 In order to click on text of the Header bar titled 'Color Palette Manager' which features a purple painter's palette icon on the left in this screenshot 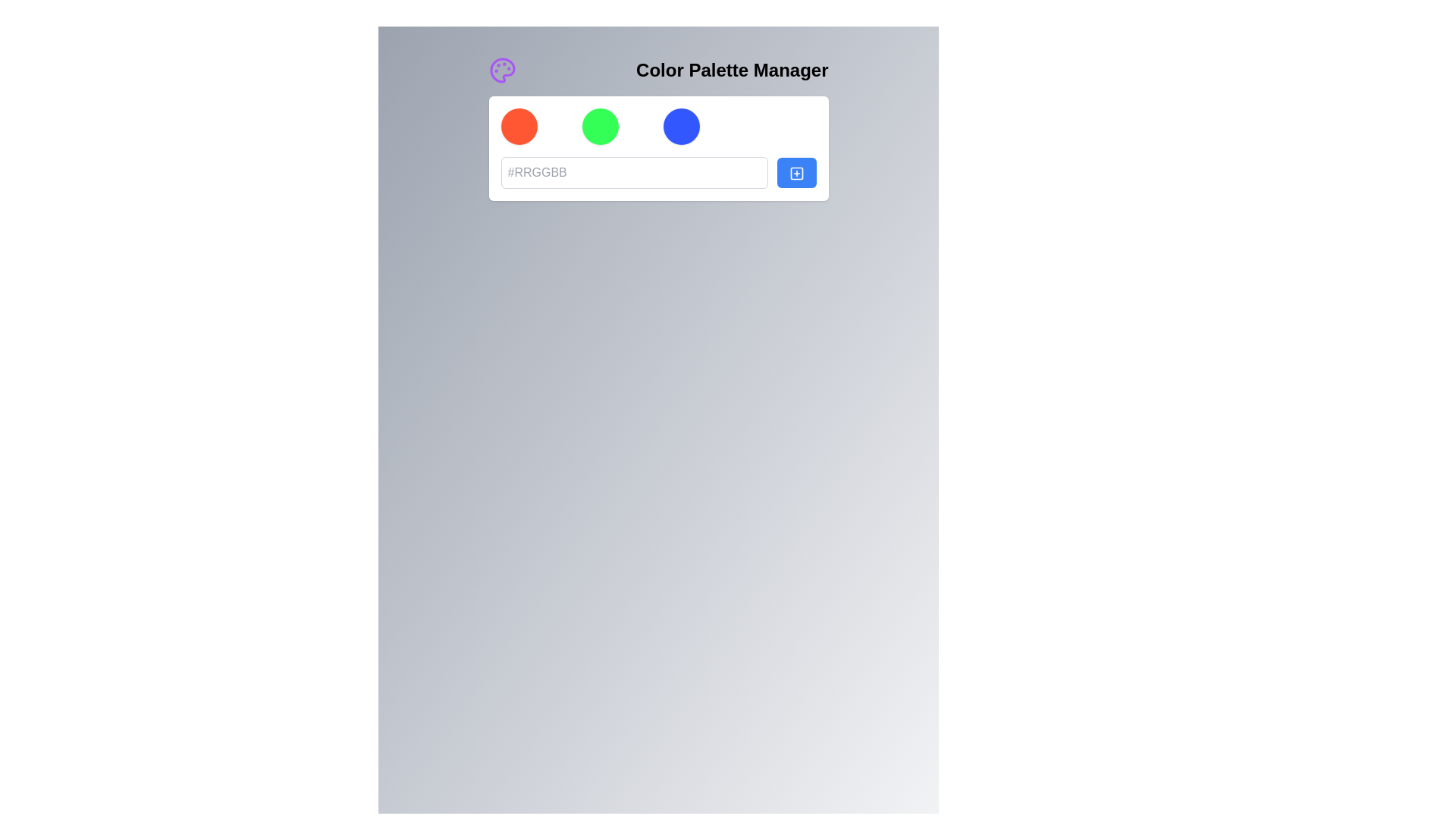, I will do `click(658, 70)`.